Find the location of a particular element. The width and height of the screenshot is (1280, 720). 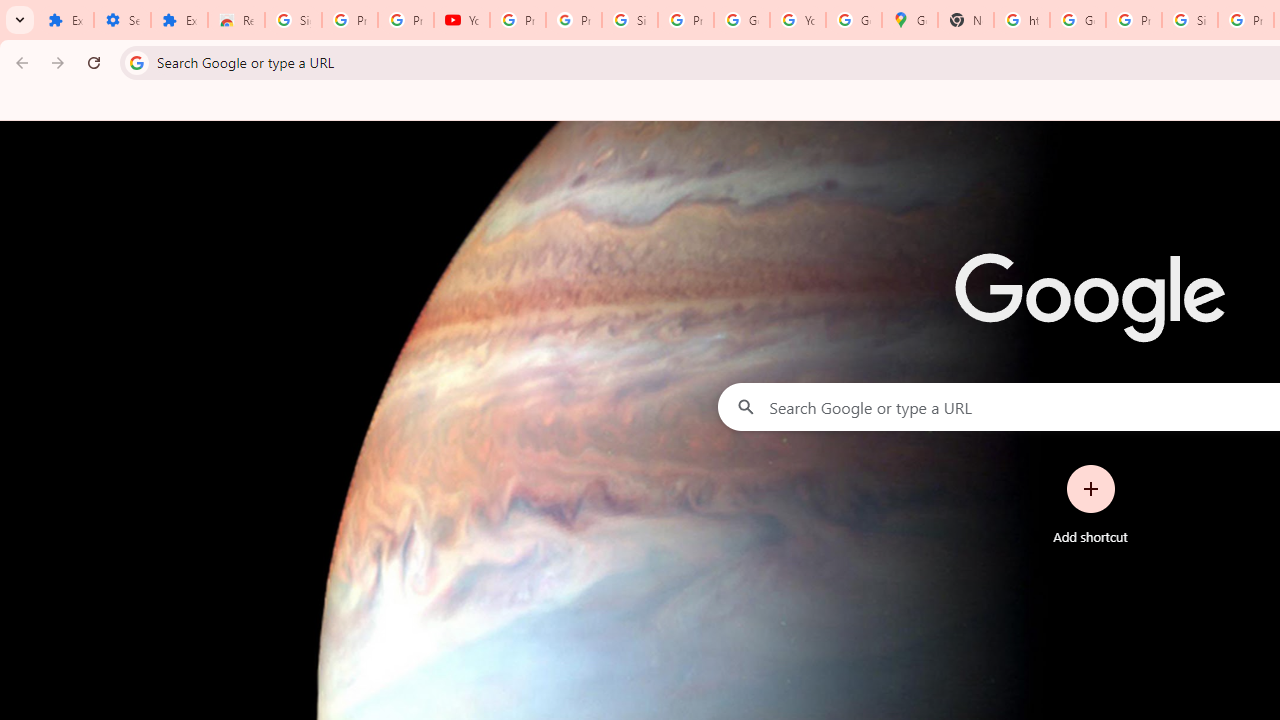

'Add shortcut' is located at coordinates (1089, 504).